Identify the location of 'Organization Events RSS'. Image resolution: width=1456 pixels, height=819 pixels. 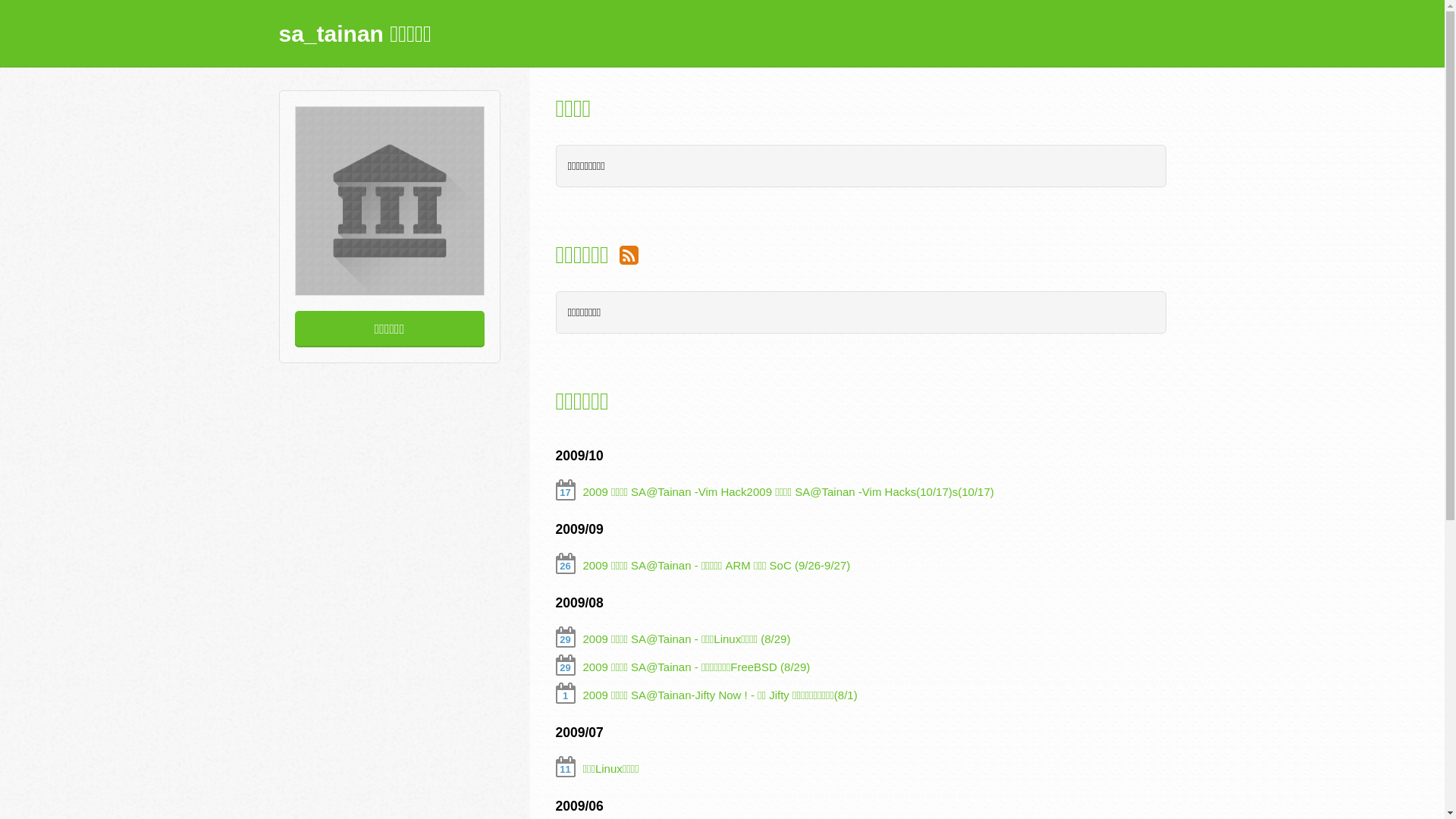
(629, 253).